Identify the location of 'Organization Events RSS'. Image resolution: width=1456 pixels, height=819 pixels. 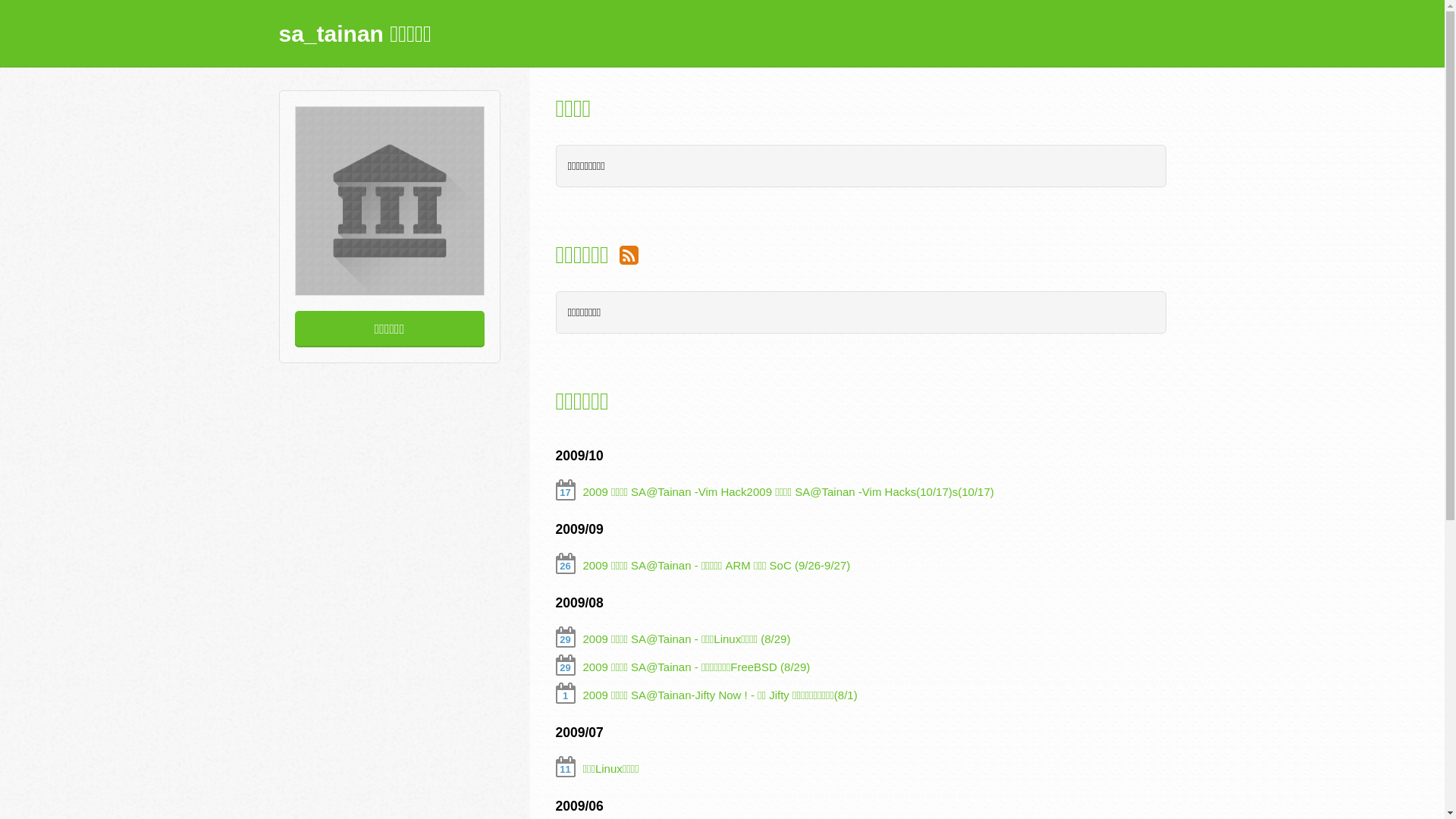
(629, 253).